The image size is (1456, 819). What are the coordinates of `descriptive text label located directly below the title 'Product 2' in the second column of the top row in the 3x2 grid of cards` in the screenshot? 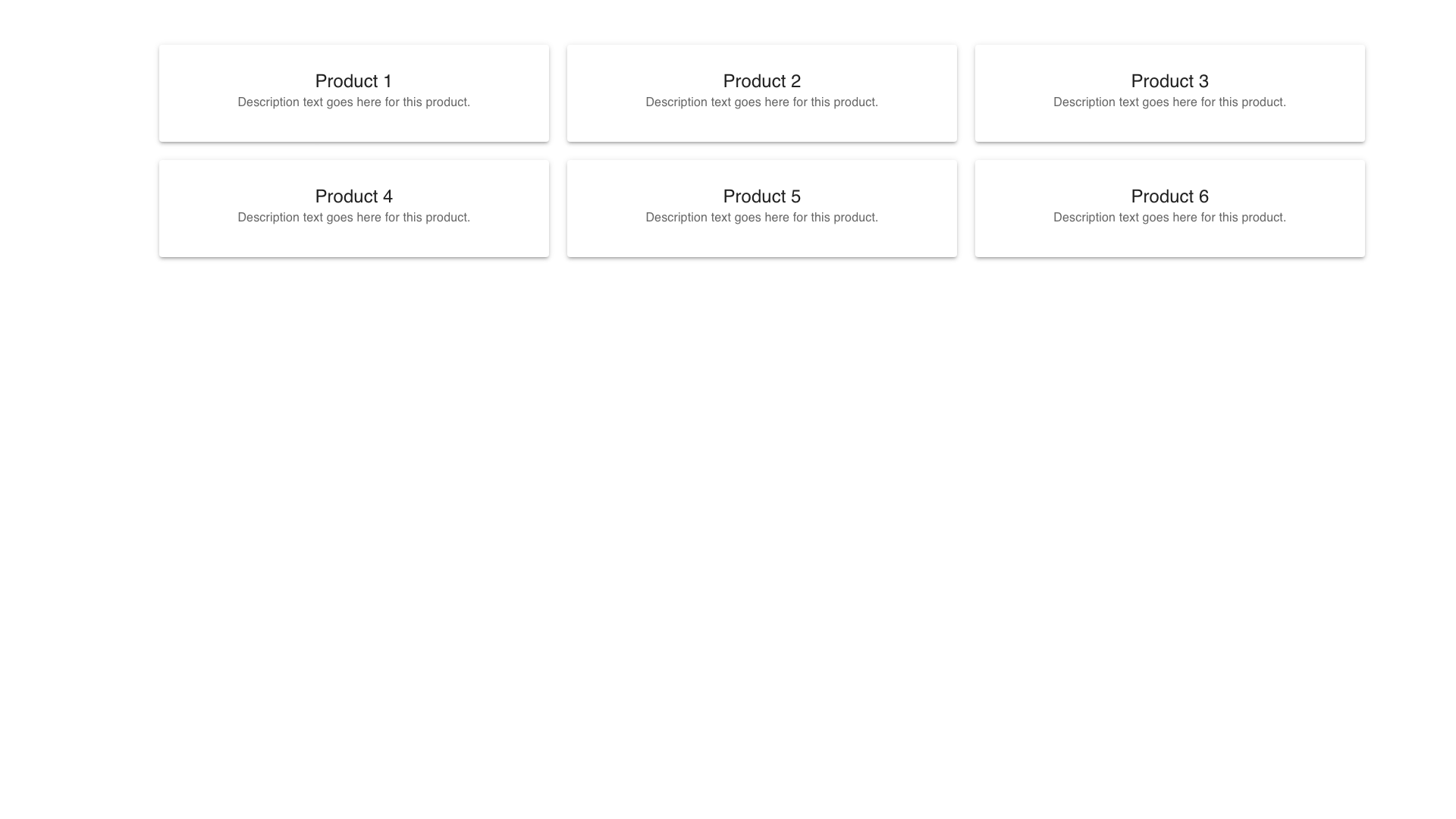 It's located at (761, 102).